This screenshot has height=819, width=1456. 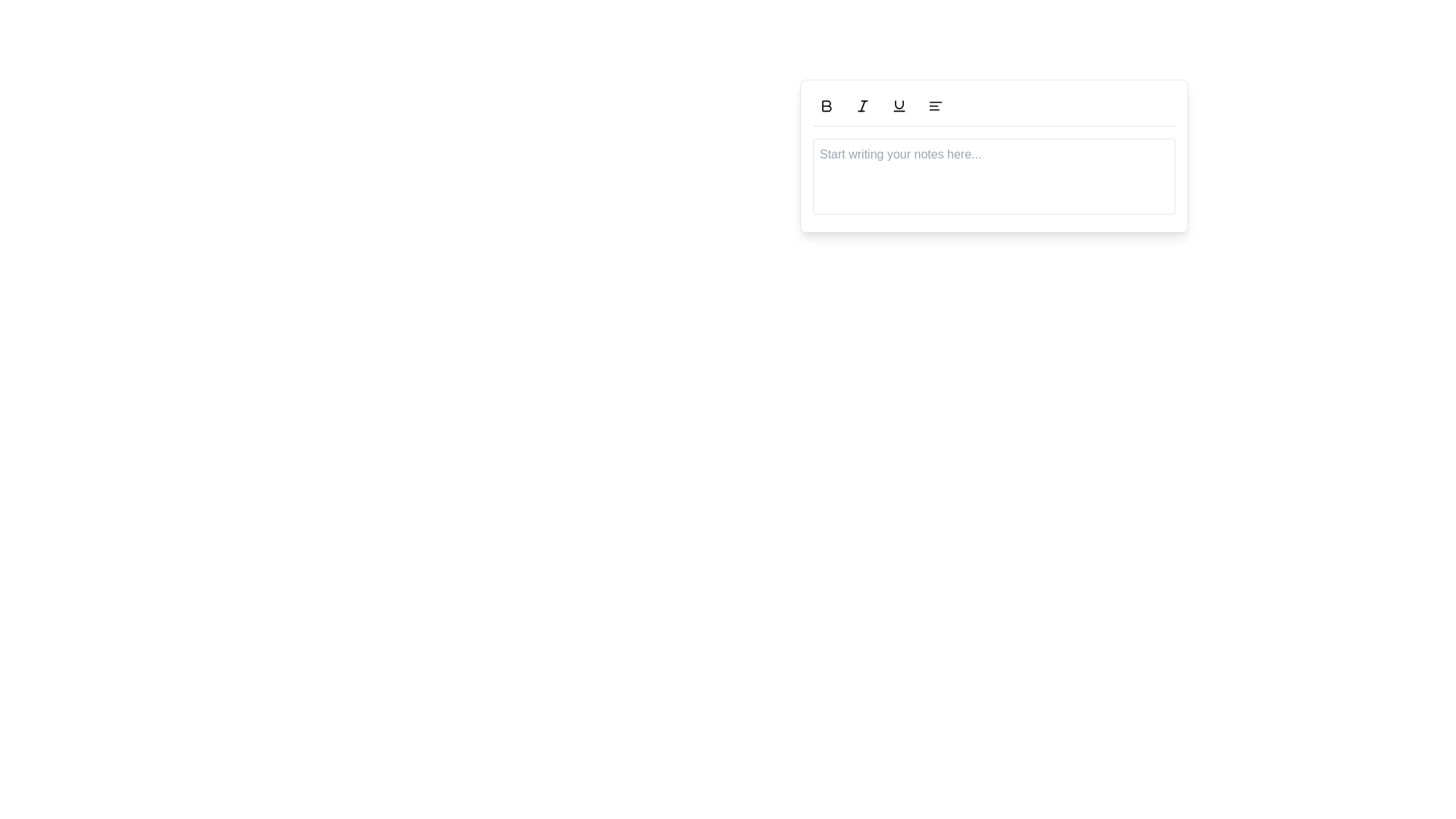 What do you see at coordinates (934, 105) in the screenshot?
I see `the left-alignment button, which is the fifth interactive item in a horizontal row of text formatting icons` at bounding box center [934, 105].